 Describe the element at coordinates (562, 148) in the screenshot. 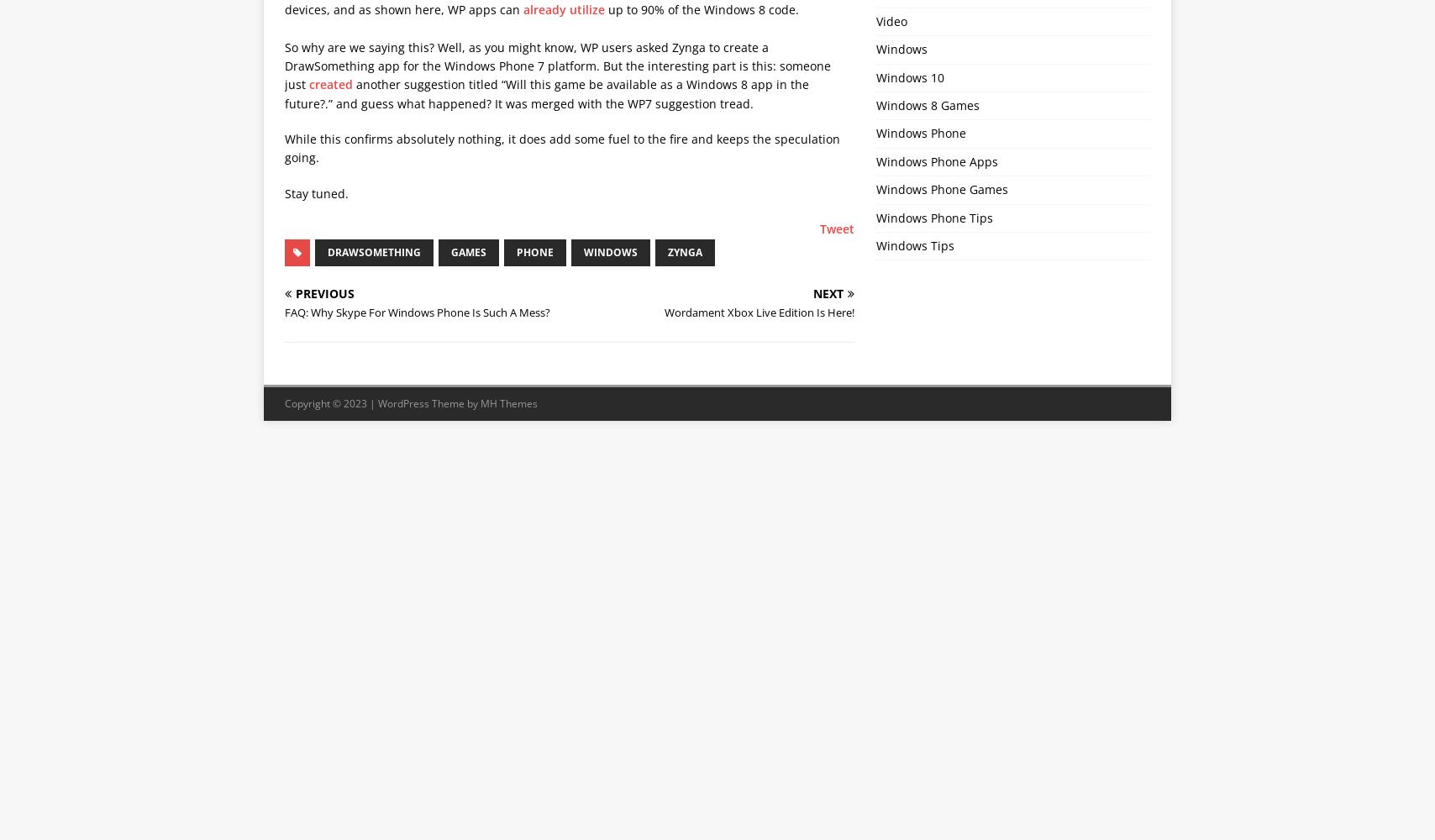

I see `'While this confirms absolutely nothing, it does add some fuel to the fire and keeps the speculation going.'` at that location.